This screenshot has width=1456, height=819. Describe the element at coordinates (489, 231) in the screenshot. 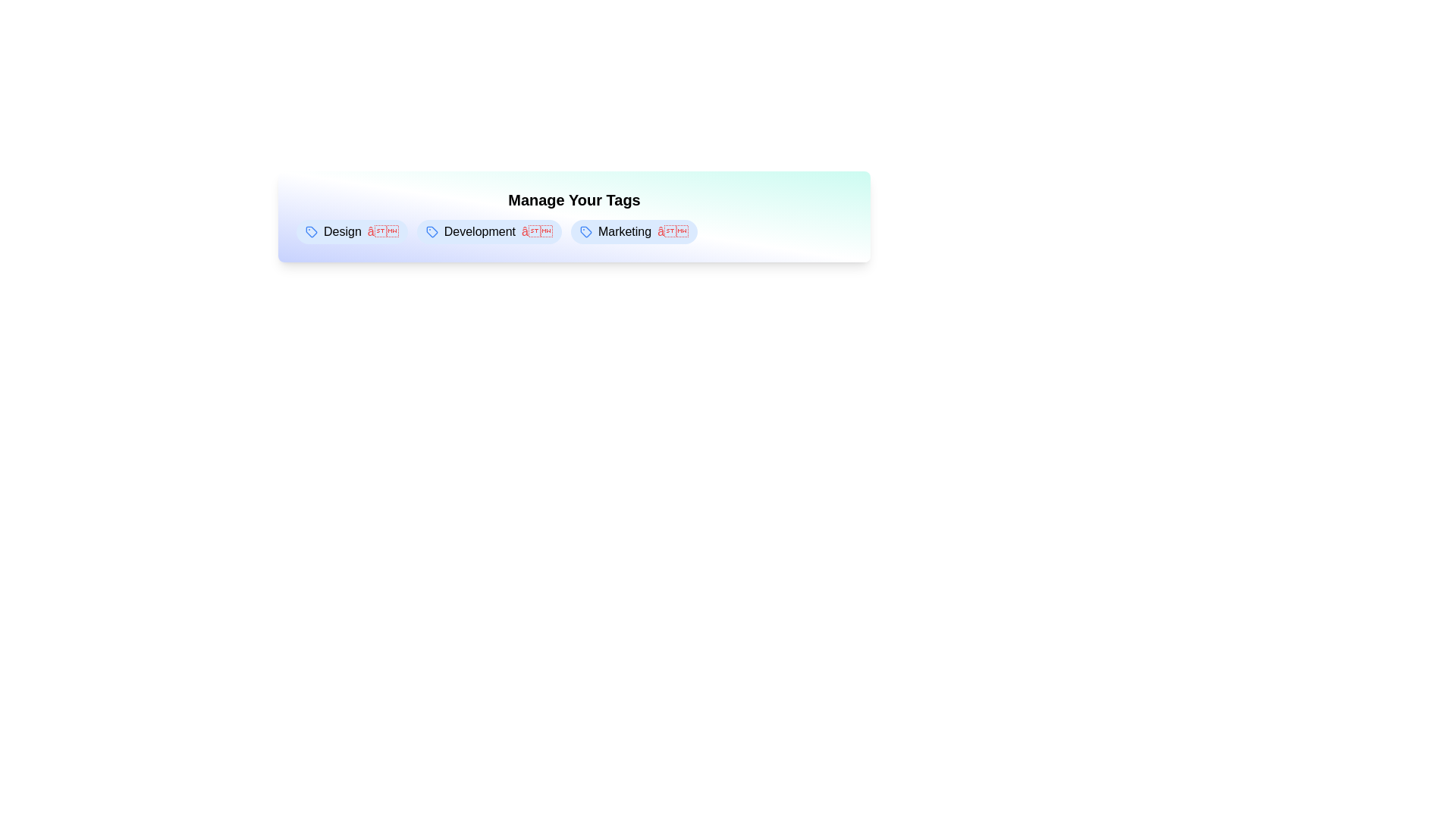

I see `the tag element labeled 'Development' to observe hover effects` at that location.